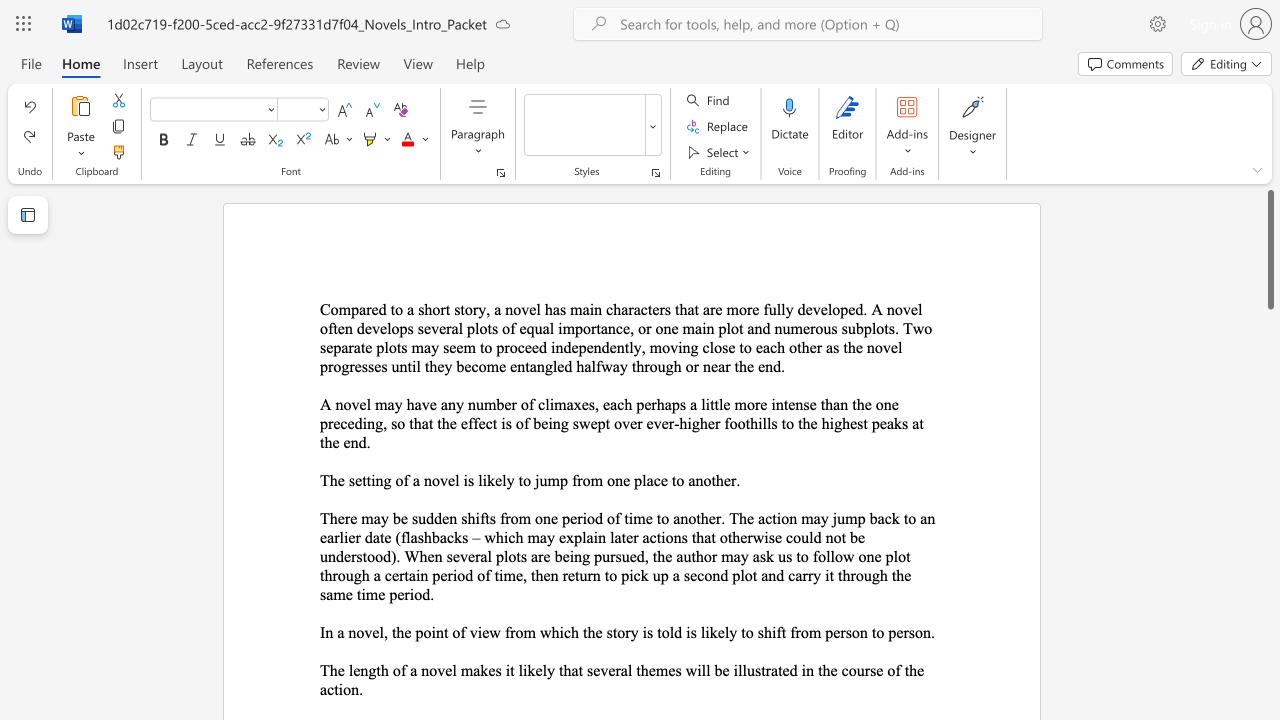 The width and height of the screenshot is (1280, 720). Describe the element at coordinates (1269, 588) in the screenshot. I see `the scrollbar on the right side to scroll the page down` at that location.